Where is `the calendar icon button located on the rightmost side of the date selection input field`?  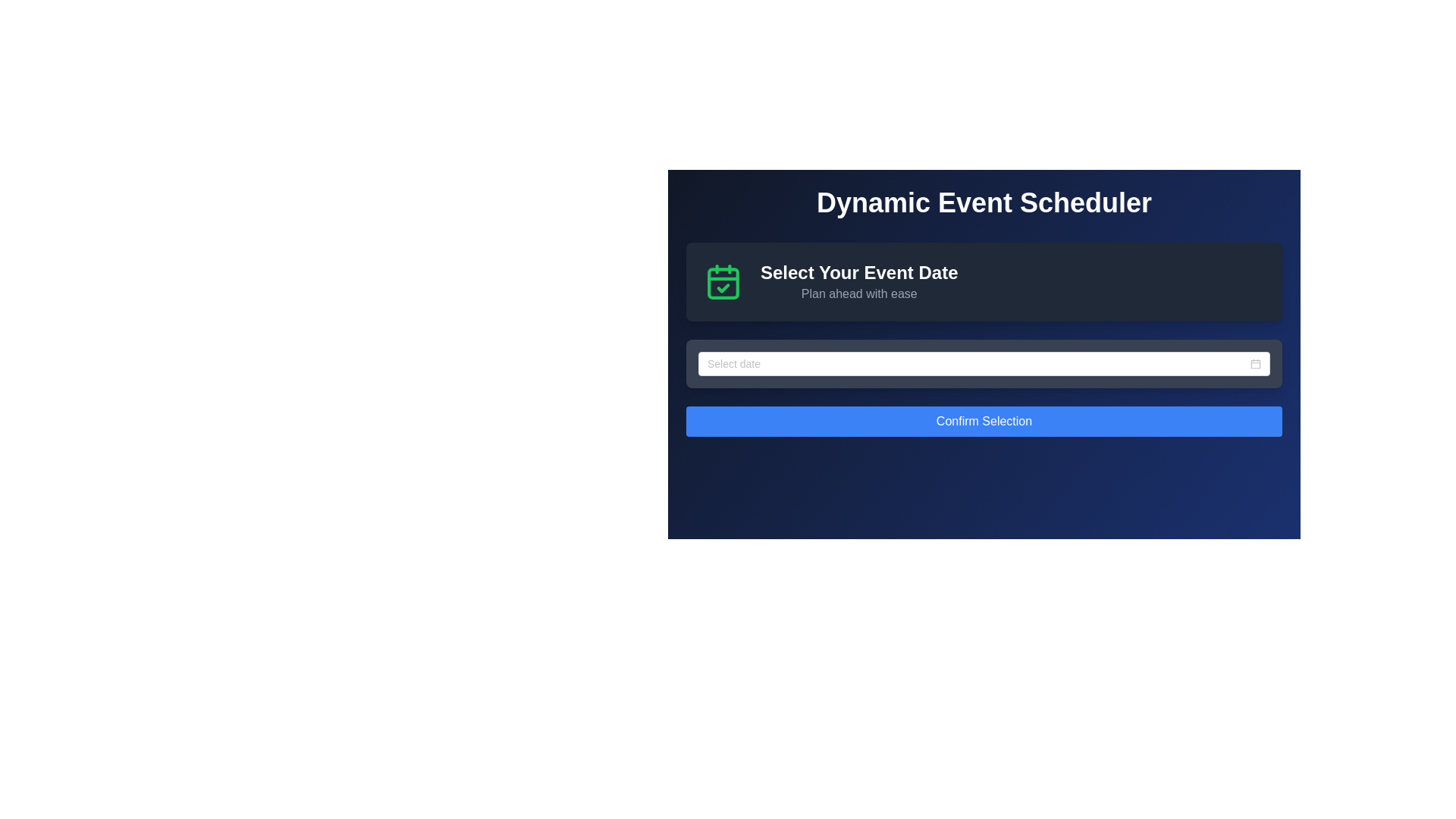
the calendar icon button located on the rightmost side of the date selection input field is located at coordinates (1256, 363).